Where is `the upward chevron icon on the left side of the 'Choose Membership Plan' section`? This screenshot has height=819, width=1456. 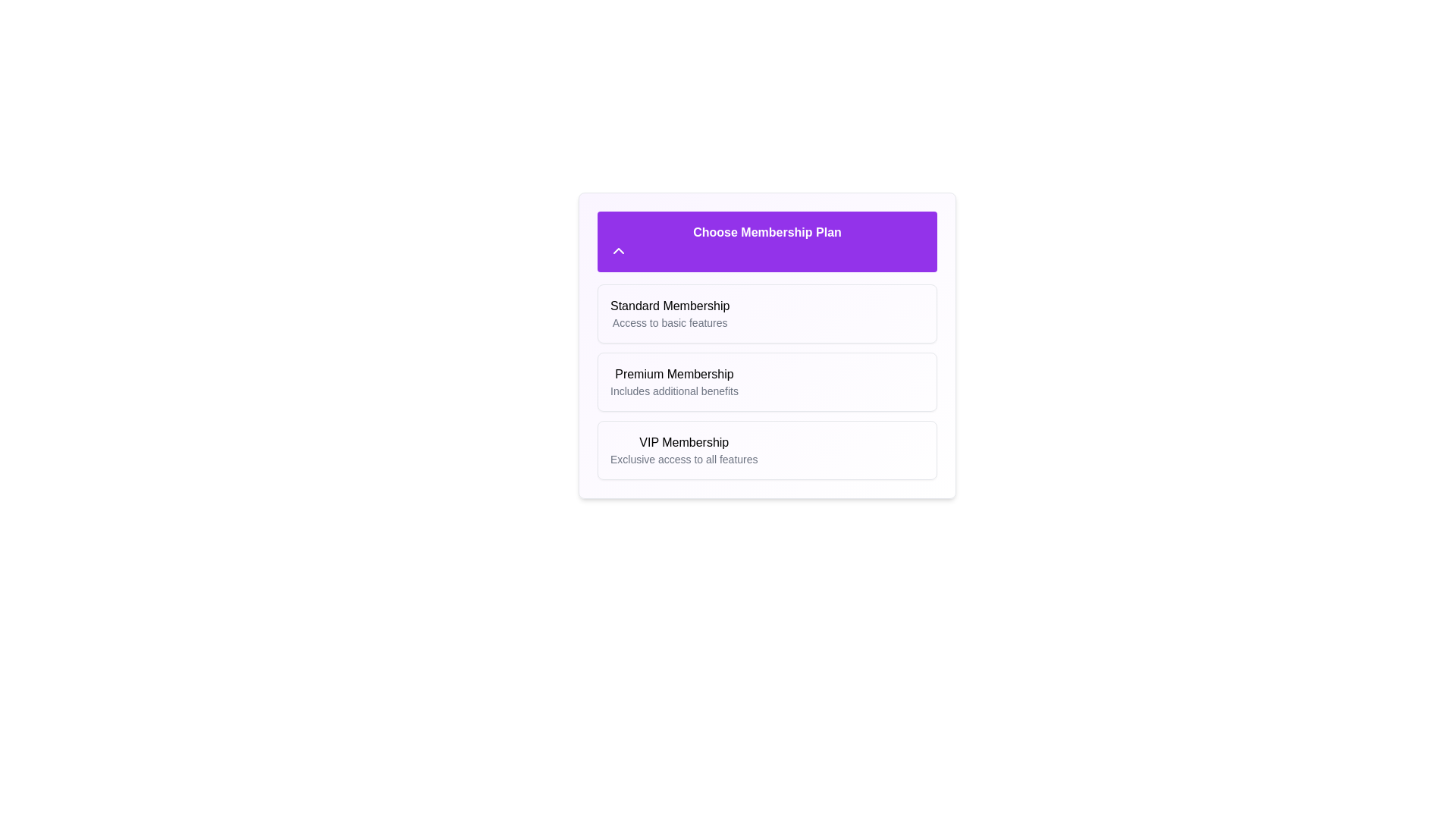 the upward chevron icon on the left side of the 'Choose Membership Plan' section is located at coordinates (619, 250).